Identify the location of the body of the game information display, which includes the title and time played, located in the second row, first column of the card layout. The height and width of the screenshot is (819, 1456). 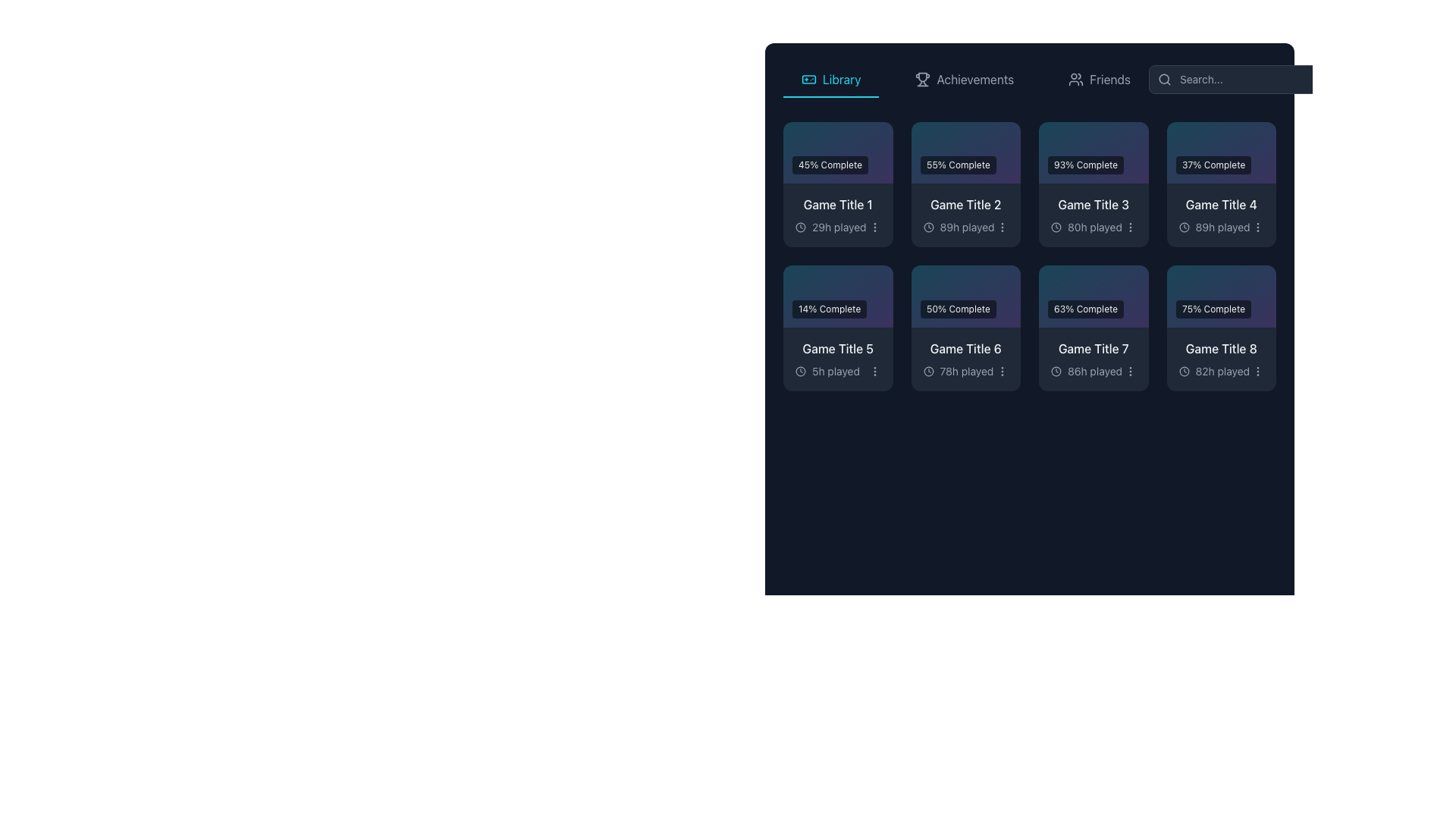
(837, 359).